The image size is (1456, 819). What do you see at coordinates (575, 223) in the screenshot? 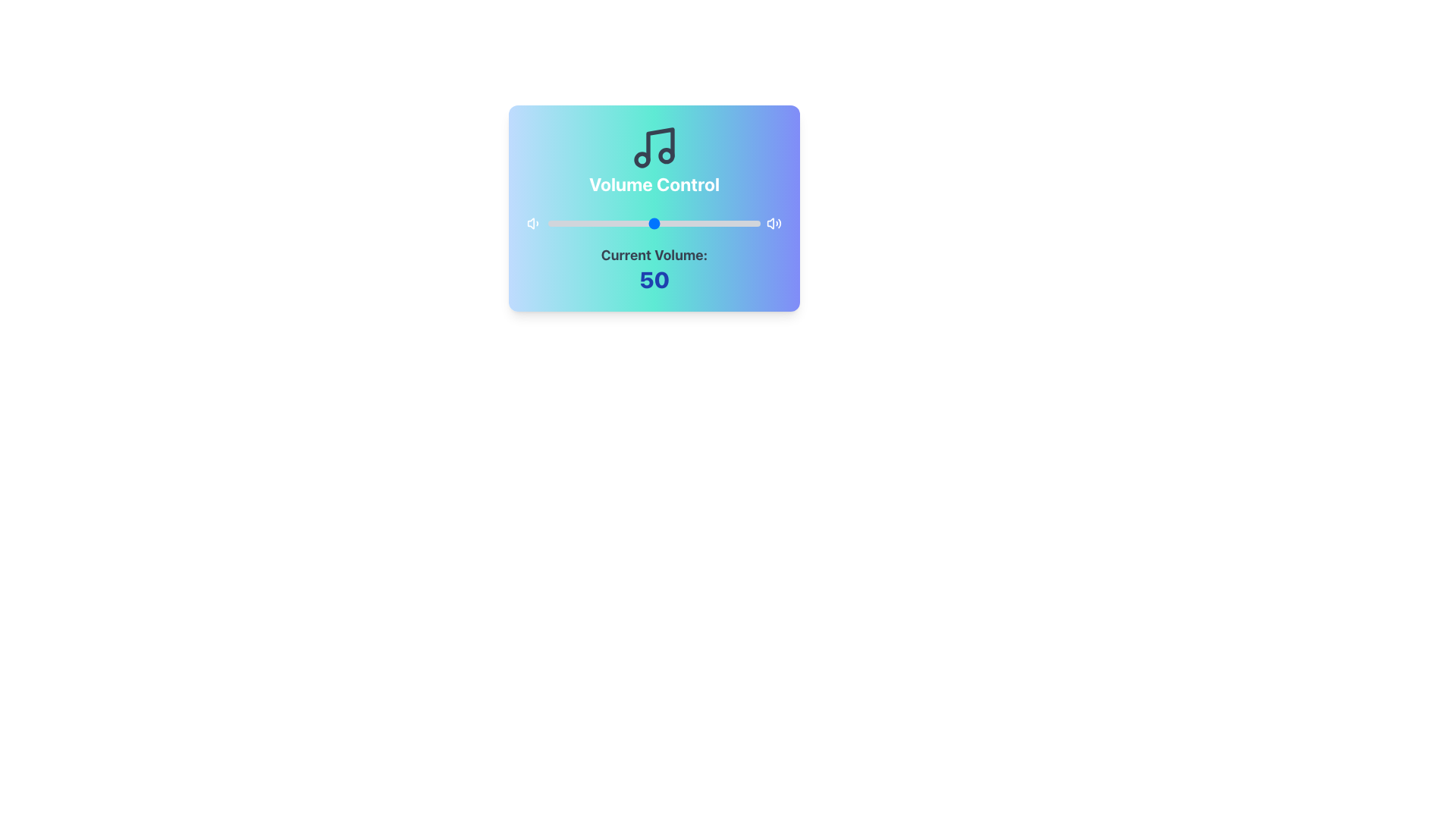
I see `the volume` at bounding box center [575, 223].